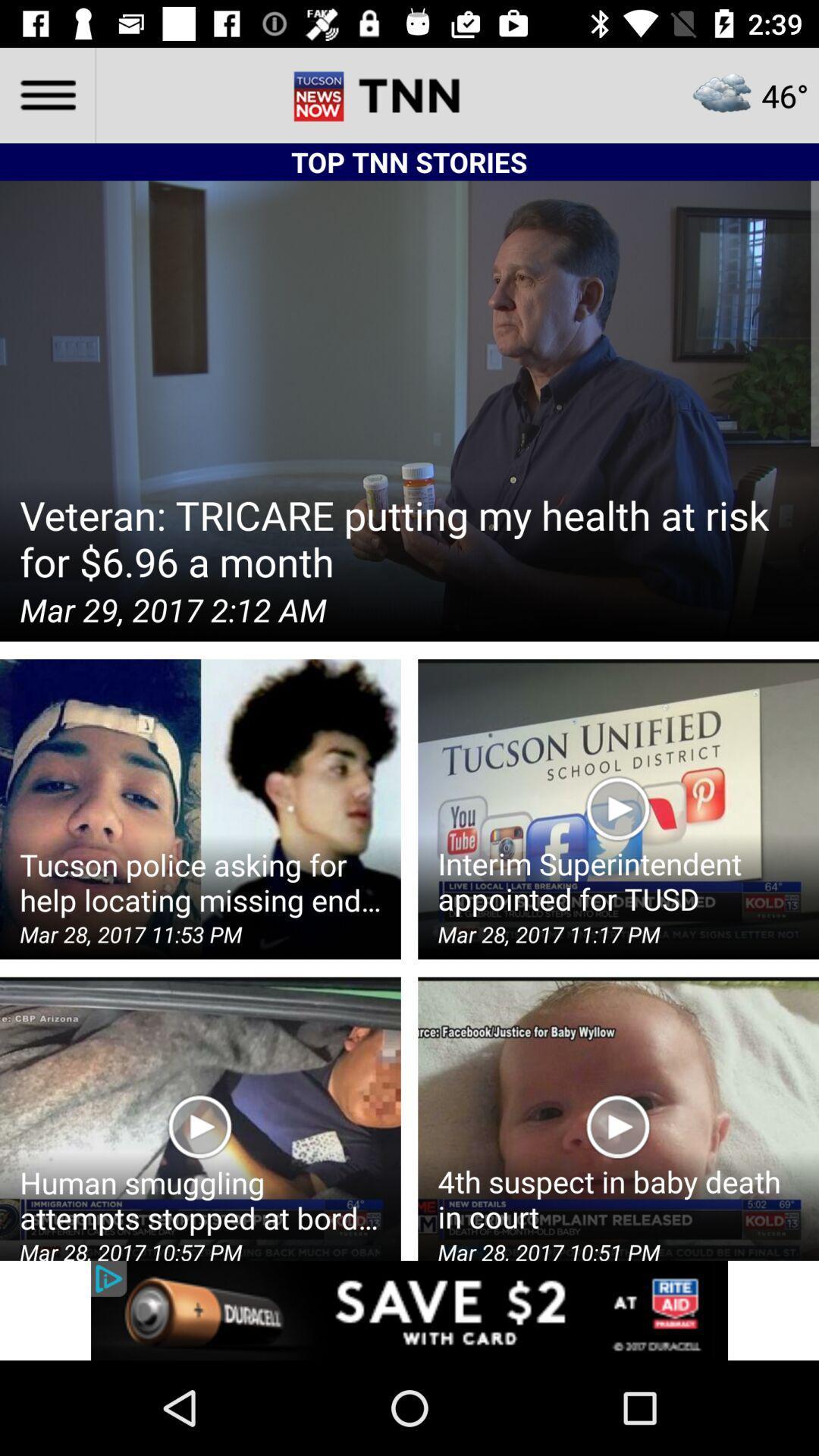 This screenshot has width=819, height=1456. Describe the element at coordinates (409, 94) in the screenshot. I see `the date_range icon` at that location.